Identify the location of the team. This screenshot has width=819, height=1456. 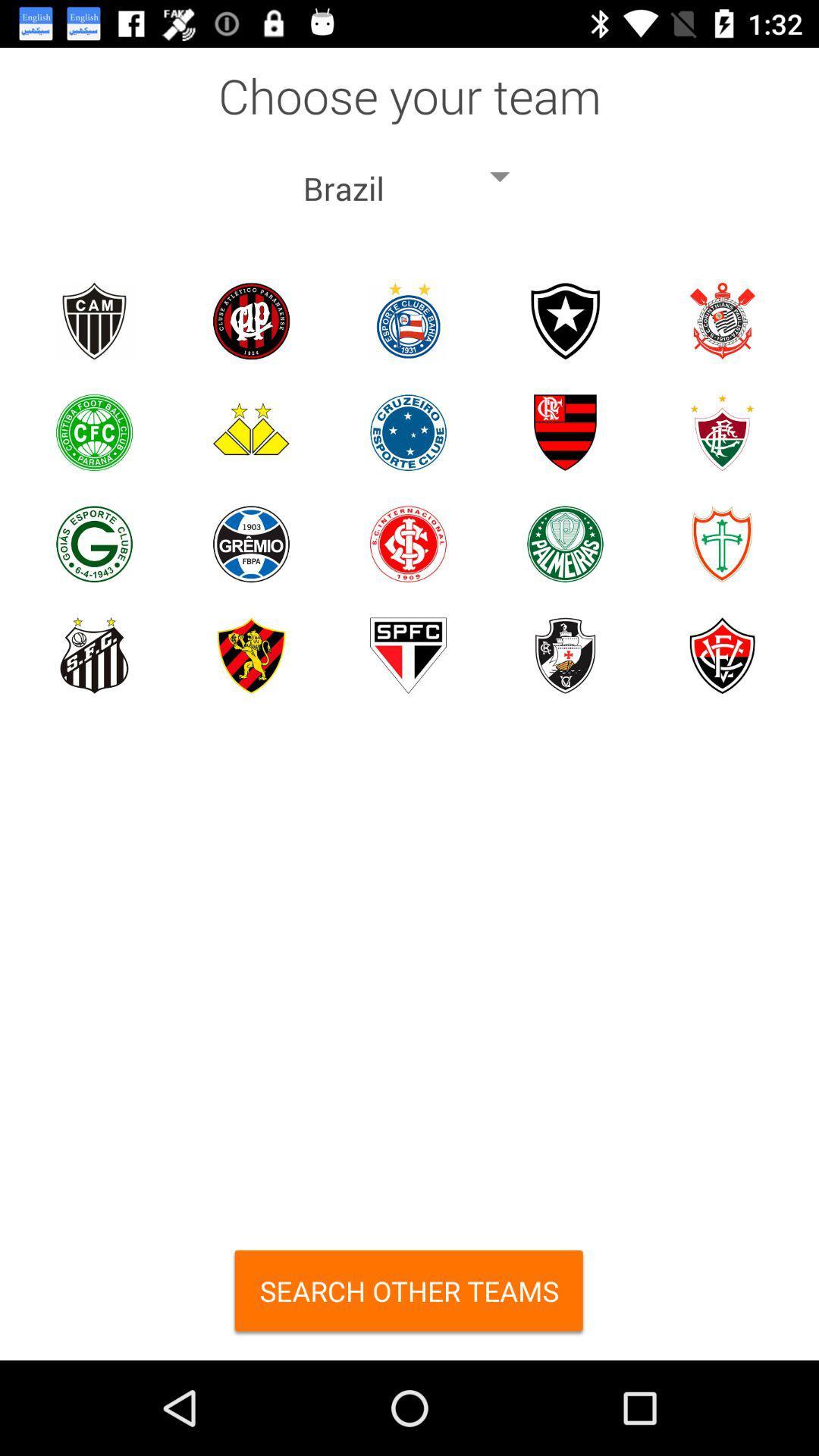
(407, 544).